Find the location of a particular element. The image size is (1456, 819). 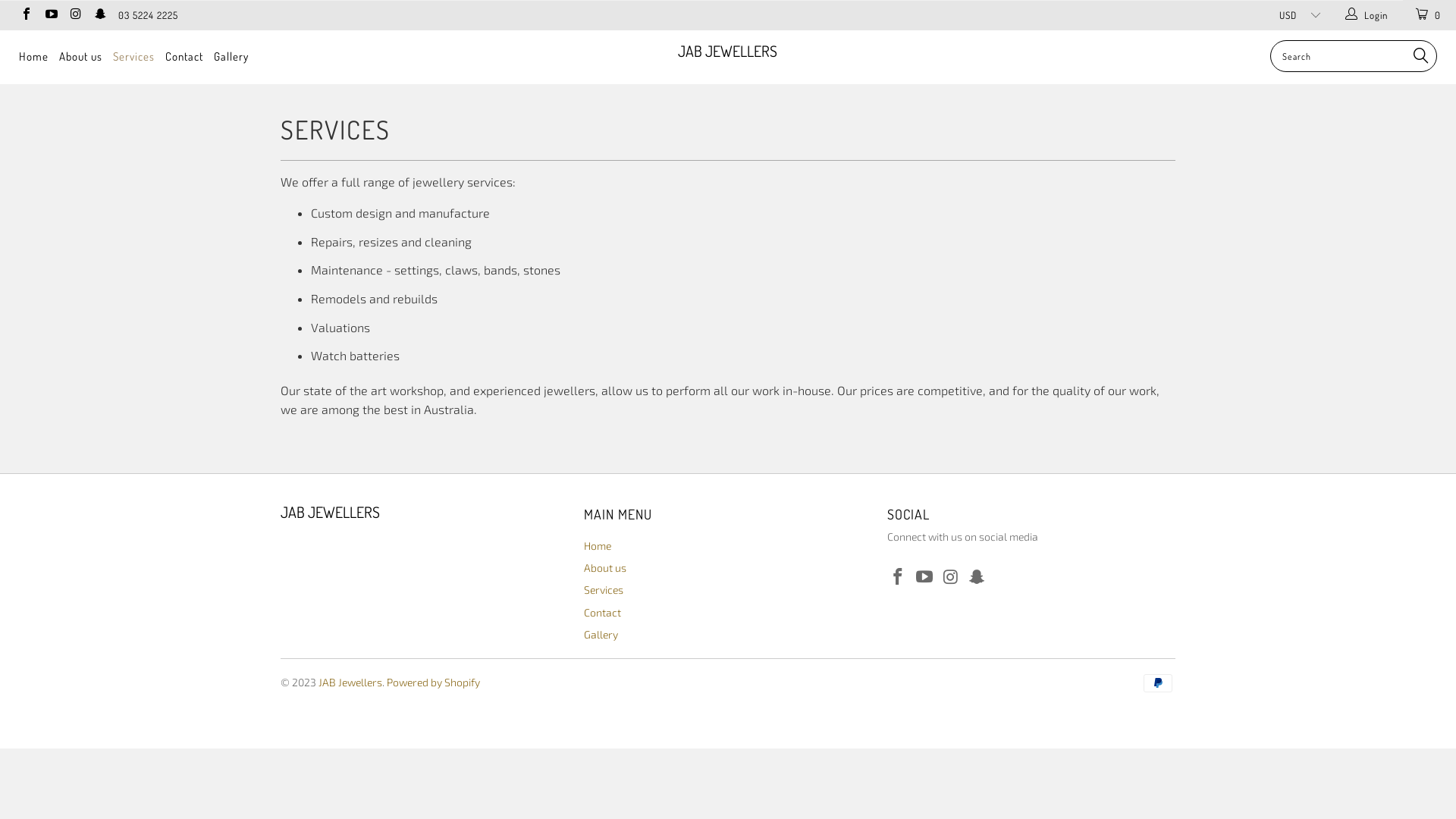

'03 5224 2225' is located at coordinates (118, 14).